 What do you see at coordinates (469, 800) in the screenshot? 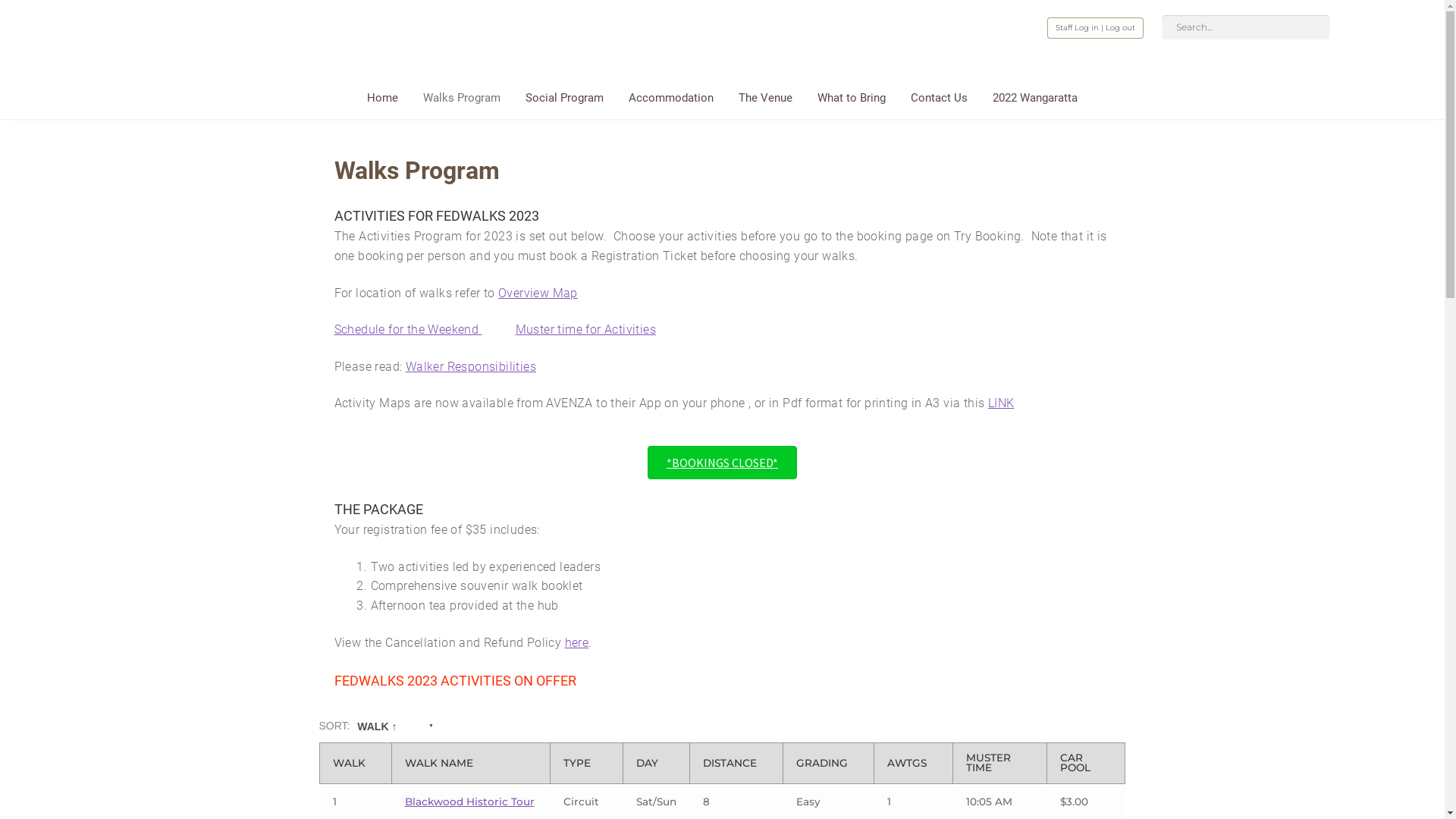
I see `'Blackwood Historic Tour'` at bounding box center [469, 800].